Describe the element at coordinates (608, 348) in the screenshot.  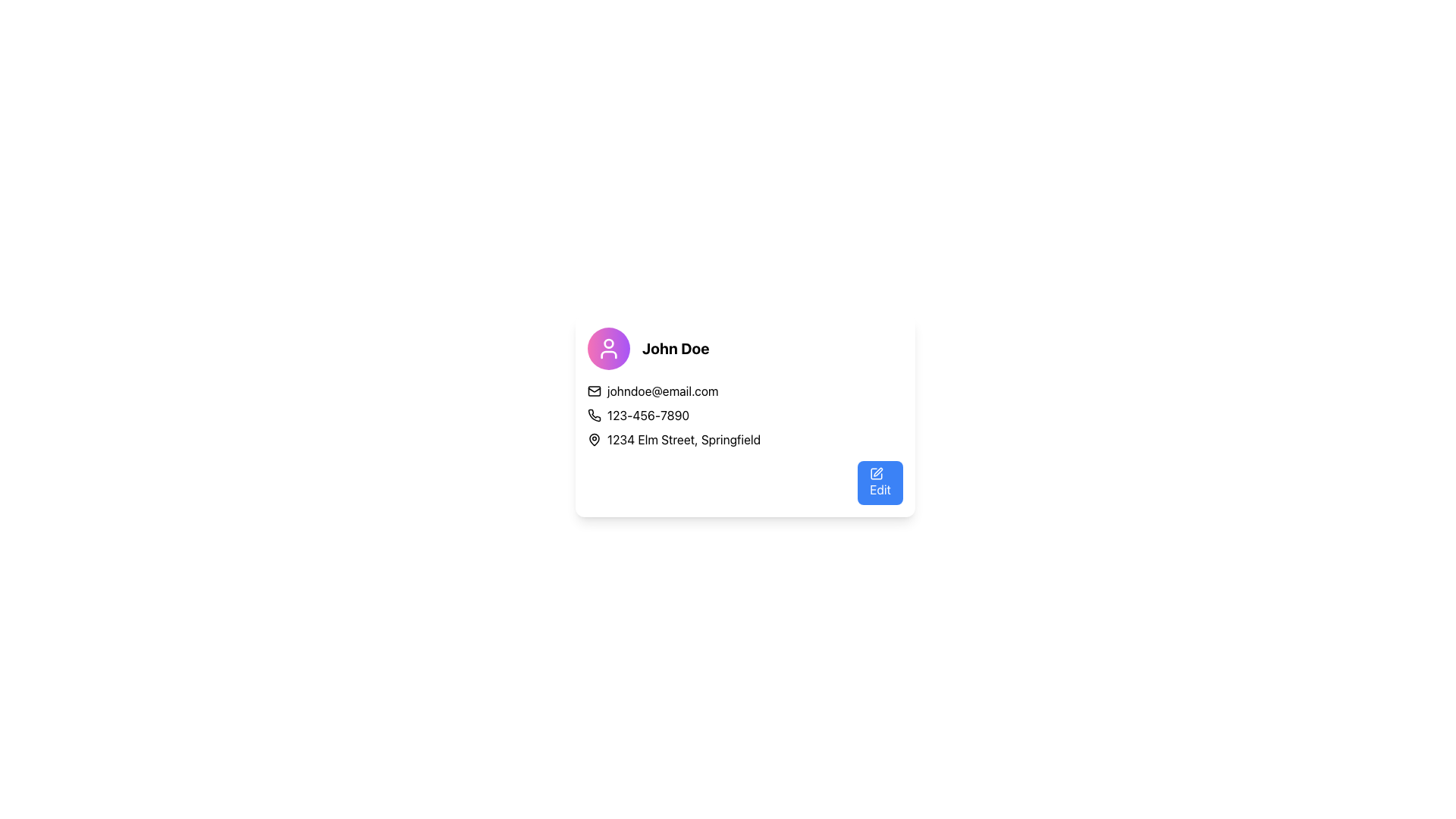
I see `the decorative icon representing the user, positioned to the left of the text 'John Doe' at the top of the profile card` at that location.